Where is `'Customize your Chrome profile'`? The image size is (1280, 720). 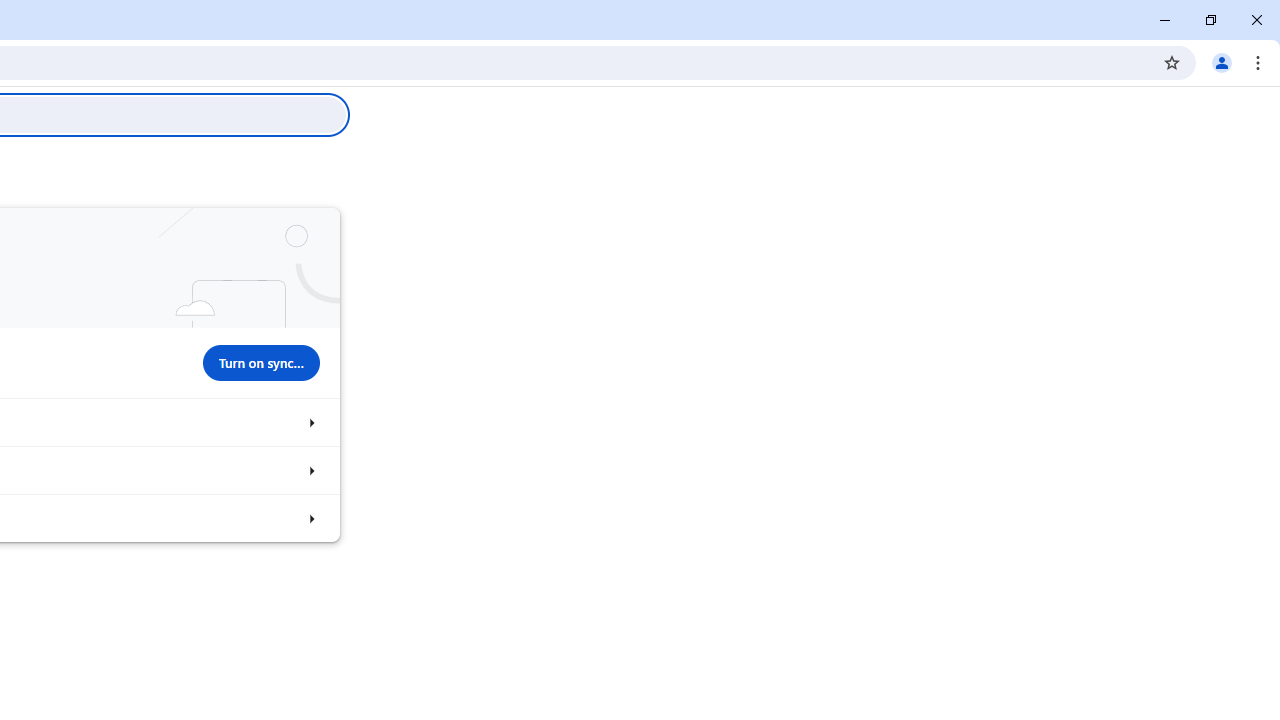
'Customize your Chrome profile' is located at coordinates (310, 470).